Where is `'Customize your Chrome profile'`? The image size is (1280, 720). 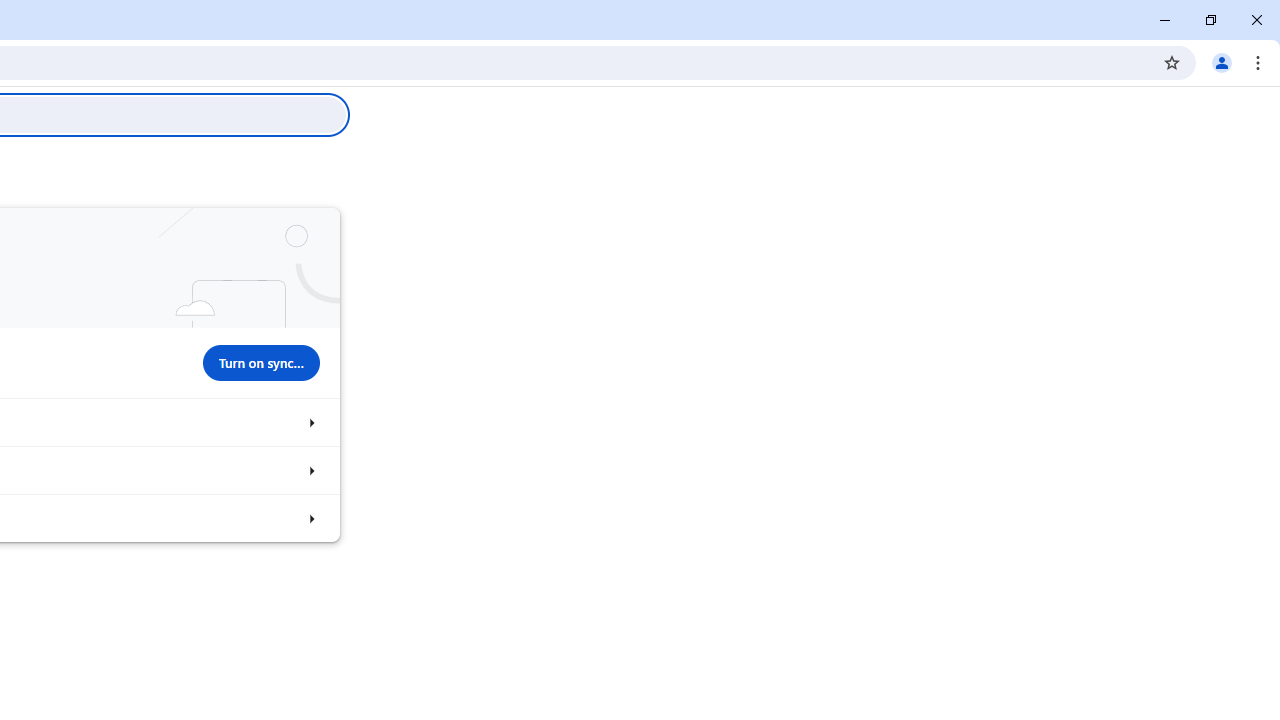
'Customize your Chrome profile' is located at coordinates (310, 470).